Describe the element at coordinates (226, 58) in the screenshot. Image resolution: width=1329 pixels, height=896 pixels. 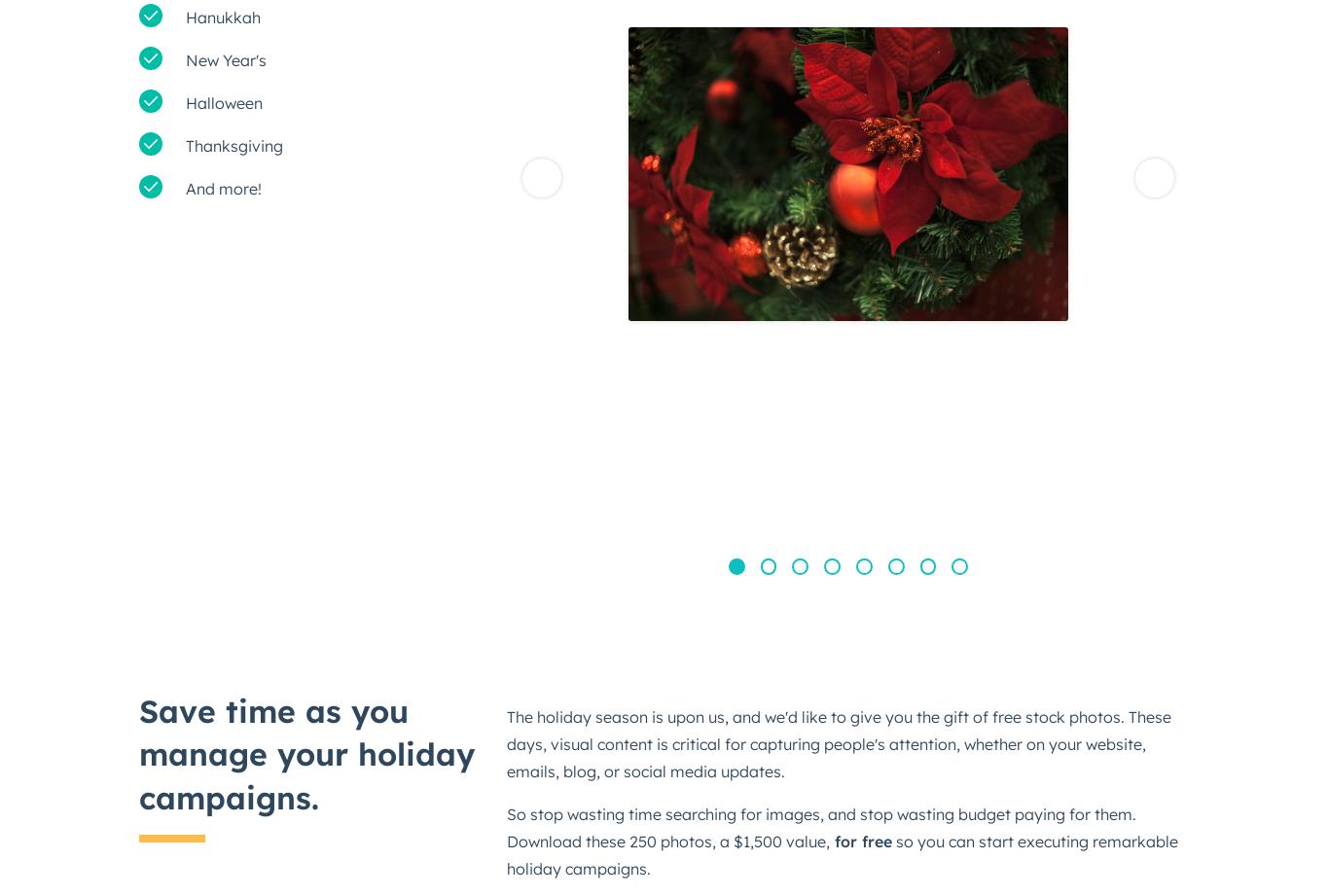
I see `'New Year's'` at that location.